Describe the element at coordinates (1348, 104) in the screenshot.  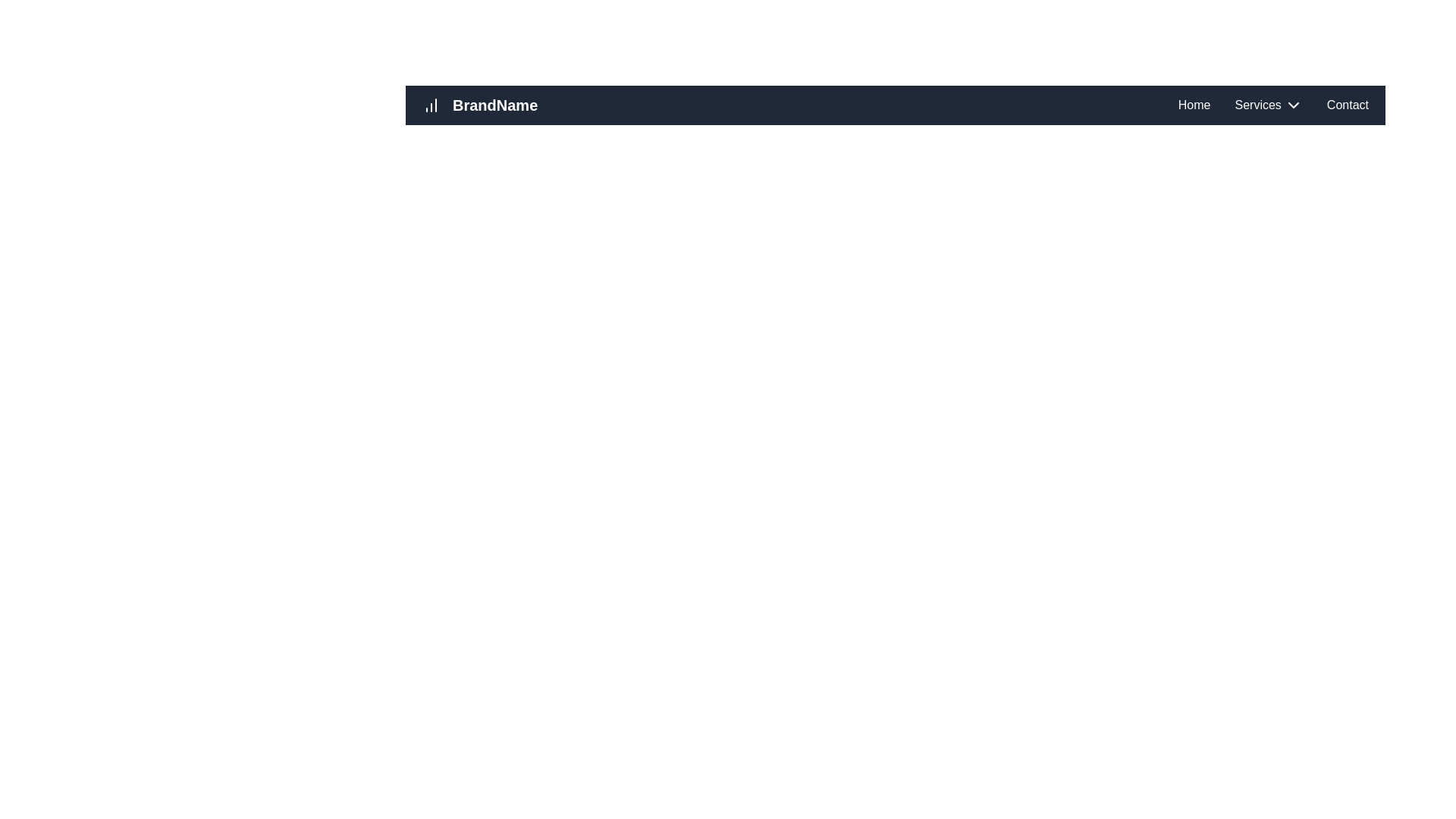
I see `the 'Contact' navigation link located on the far right side of the top navigation bar` at that location.